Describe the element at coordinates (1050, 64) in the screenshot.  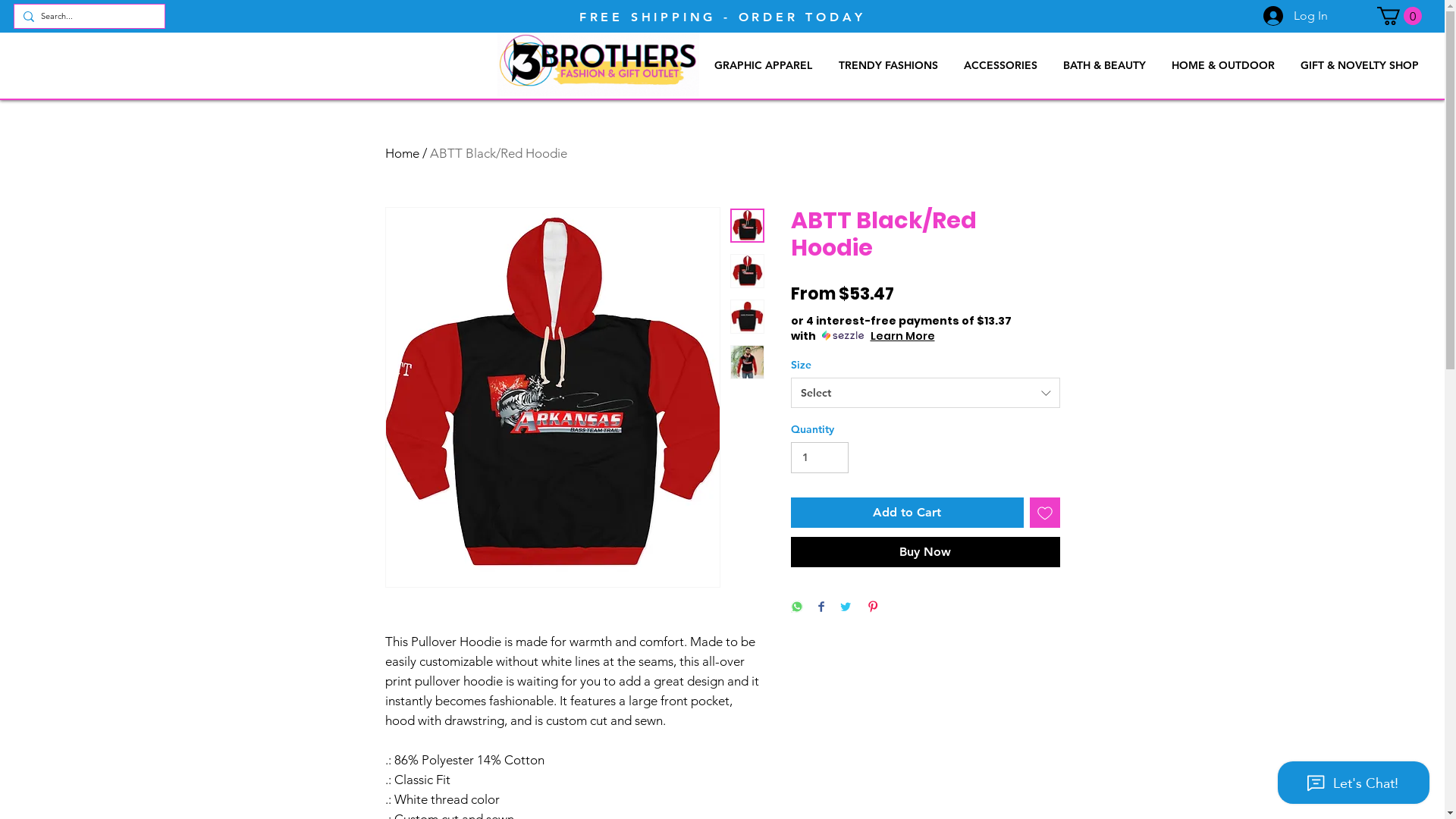
I see `'BATH & BEAUTY'` at that location.